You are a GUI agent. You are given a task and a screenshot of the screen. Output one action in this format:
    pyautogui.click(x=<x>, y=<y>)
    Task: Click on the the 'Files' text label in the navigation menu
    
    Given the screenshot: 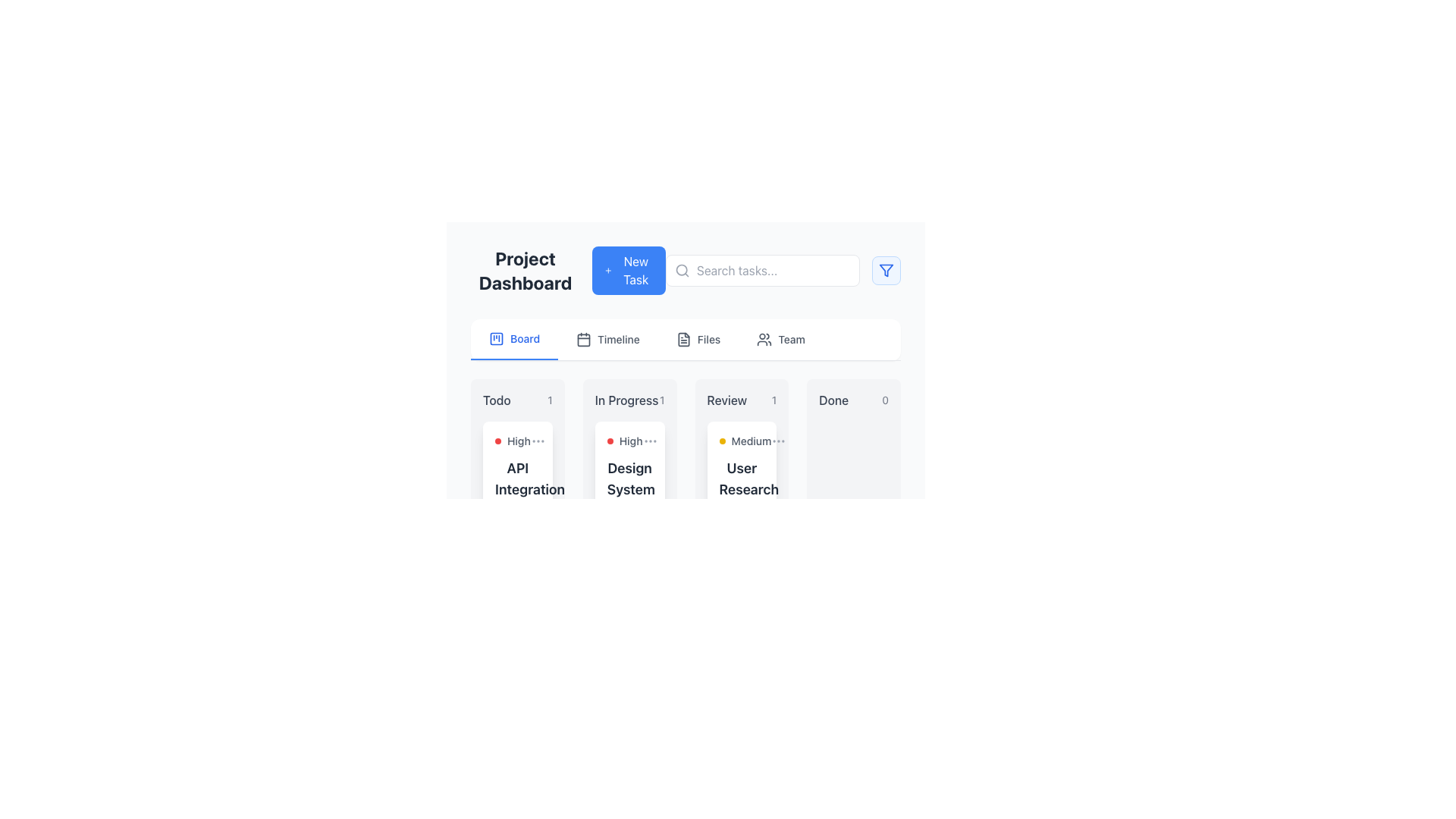 What is the action you would take?
    pyautogui.click(x=708, y=338)
    